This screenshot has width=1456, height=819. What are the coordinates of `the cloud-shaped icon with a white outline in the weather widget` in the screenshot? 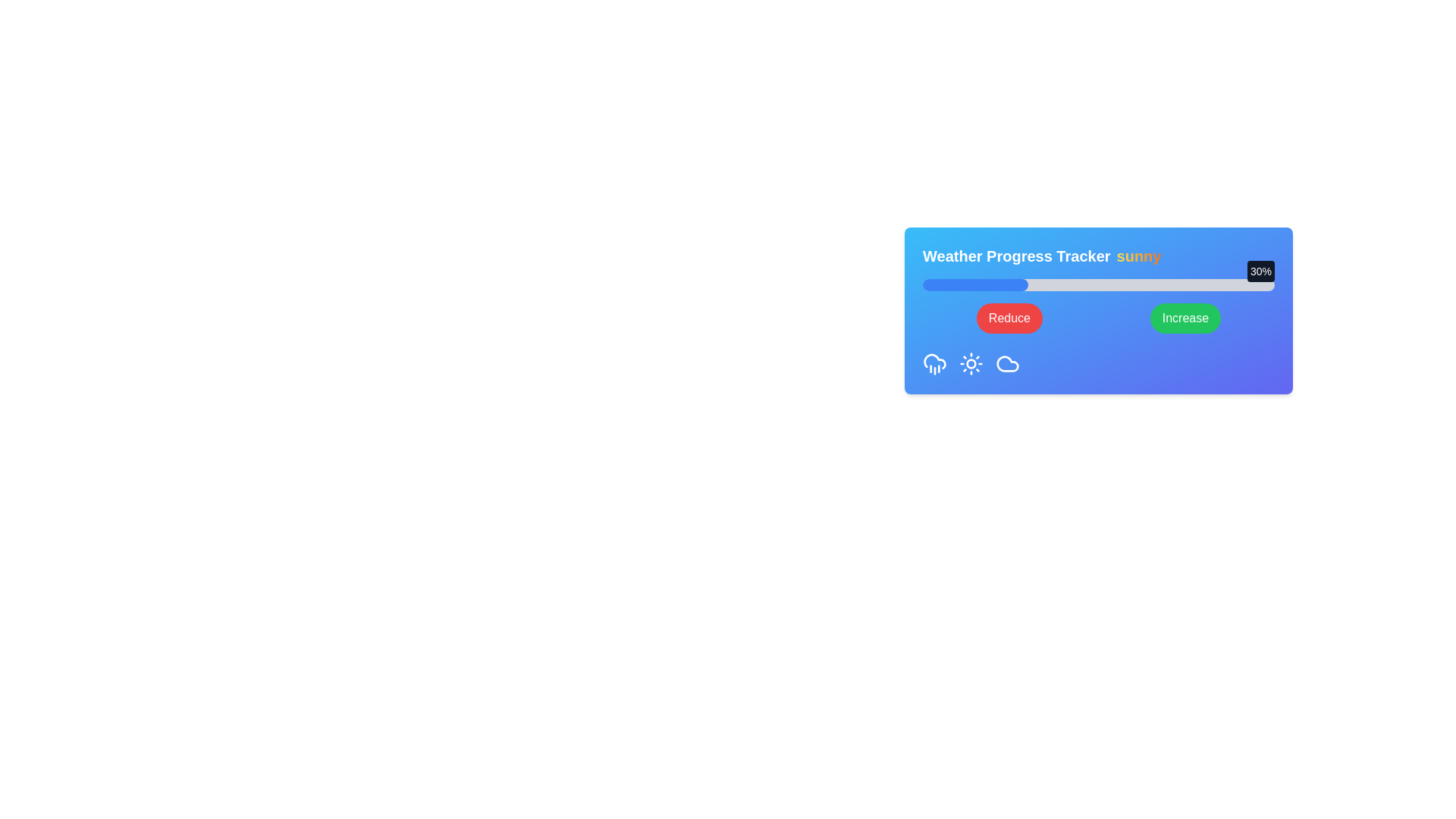 It's located at (1008, 363).